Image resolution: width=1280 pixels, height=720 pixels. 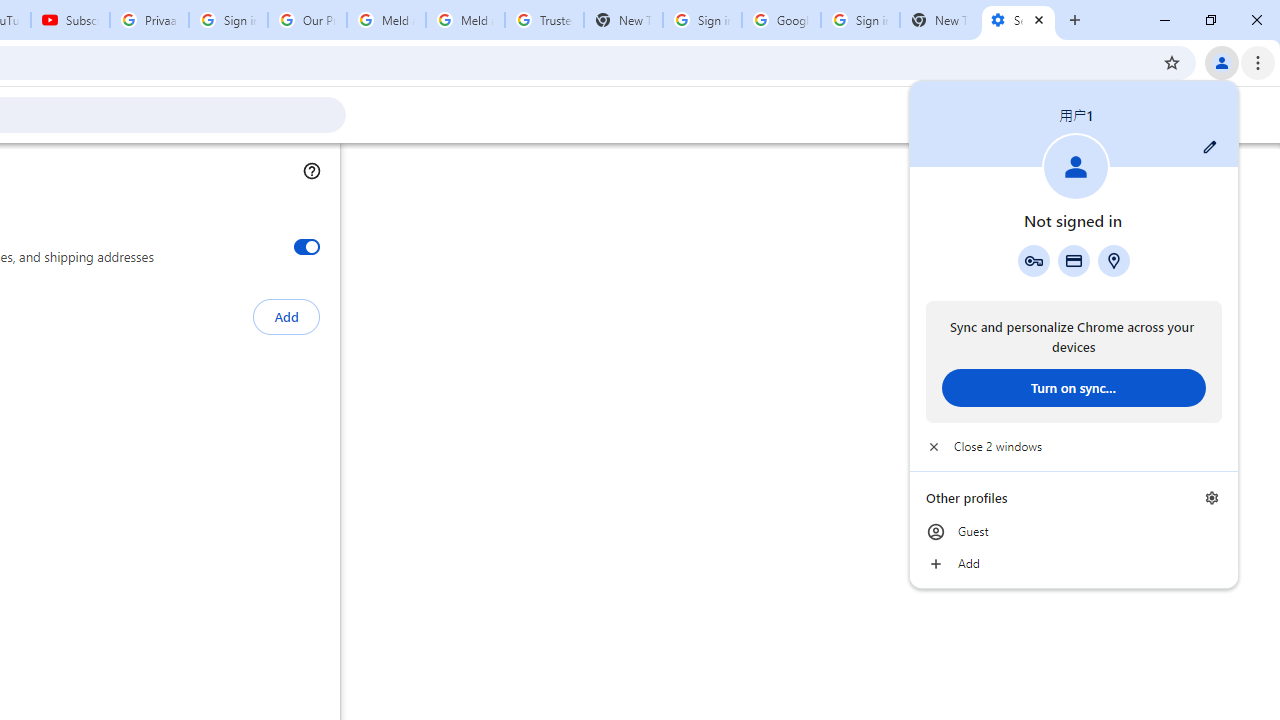 What do you see at coordinates (1211, 497) in the screenshot?
I see `'Manage profiles'` at bounding box center [1211, 497].